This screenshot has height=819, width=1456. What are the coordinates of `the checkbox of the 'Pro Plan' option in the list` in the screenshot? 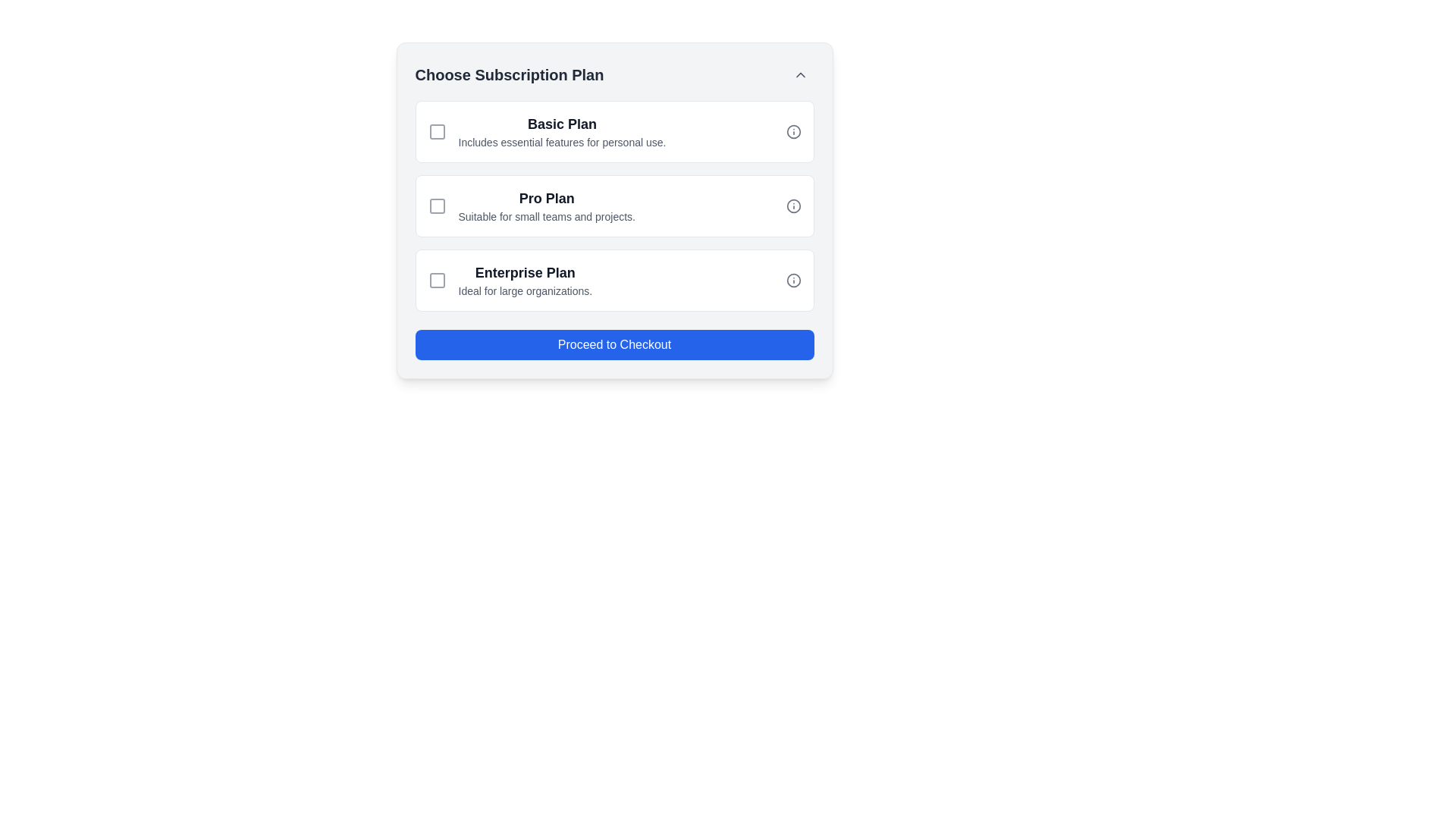 It's located at (614, 206).